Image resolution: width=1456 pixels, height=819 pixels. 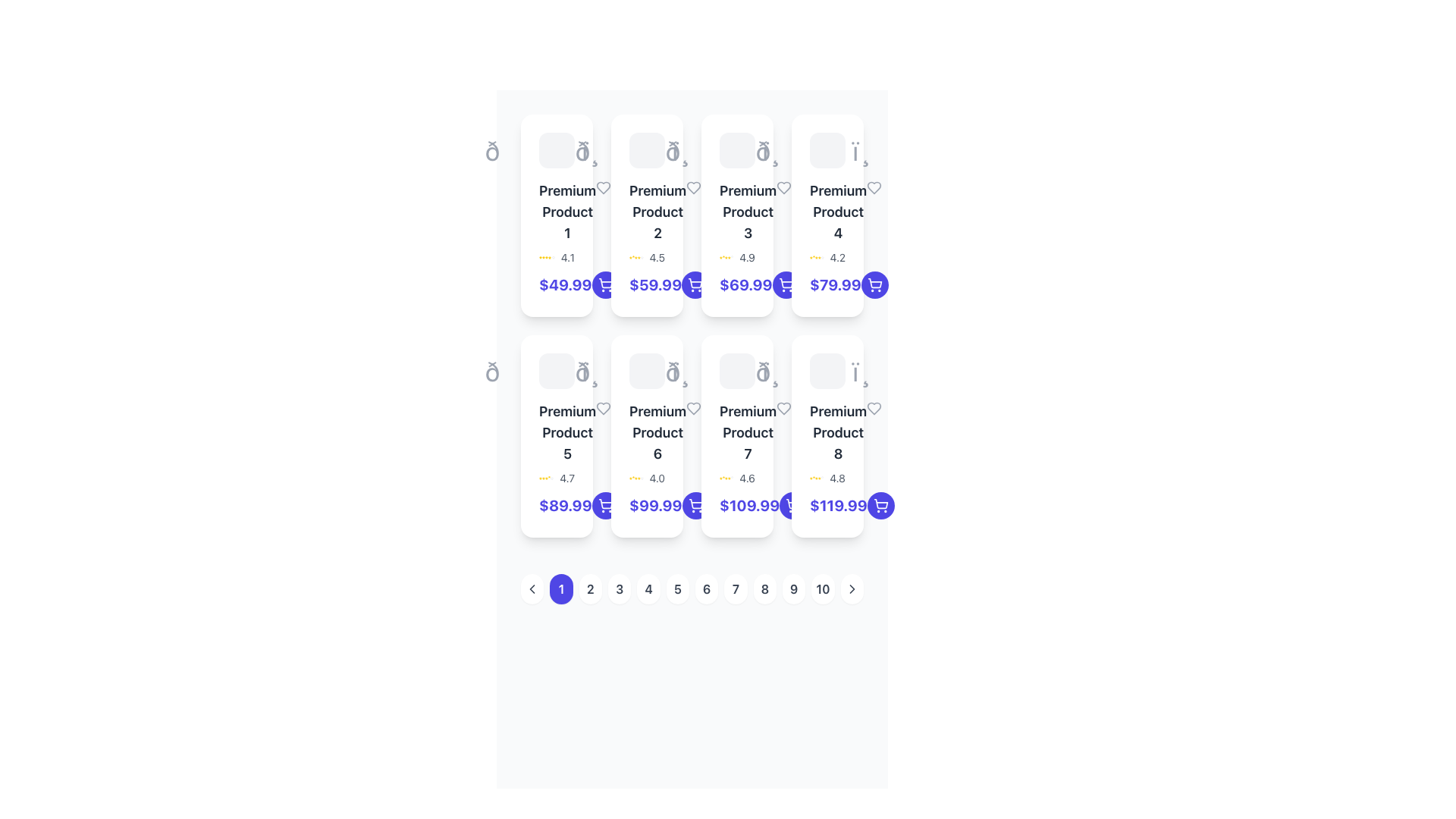 I want to click on the second star icon in the rating visualization below 'Premium Product 5' in the product grid, so click(x=543, y=479).